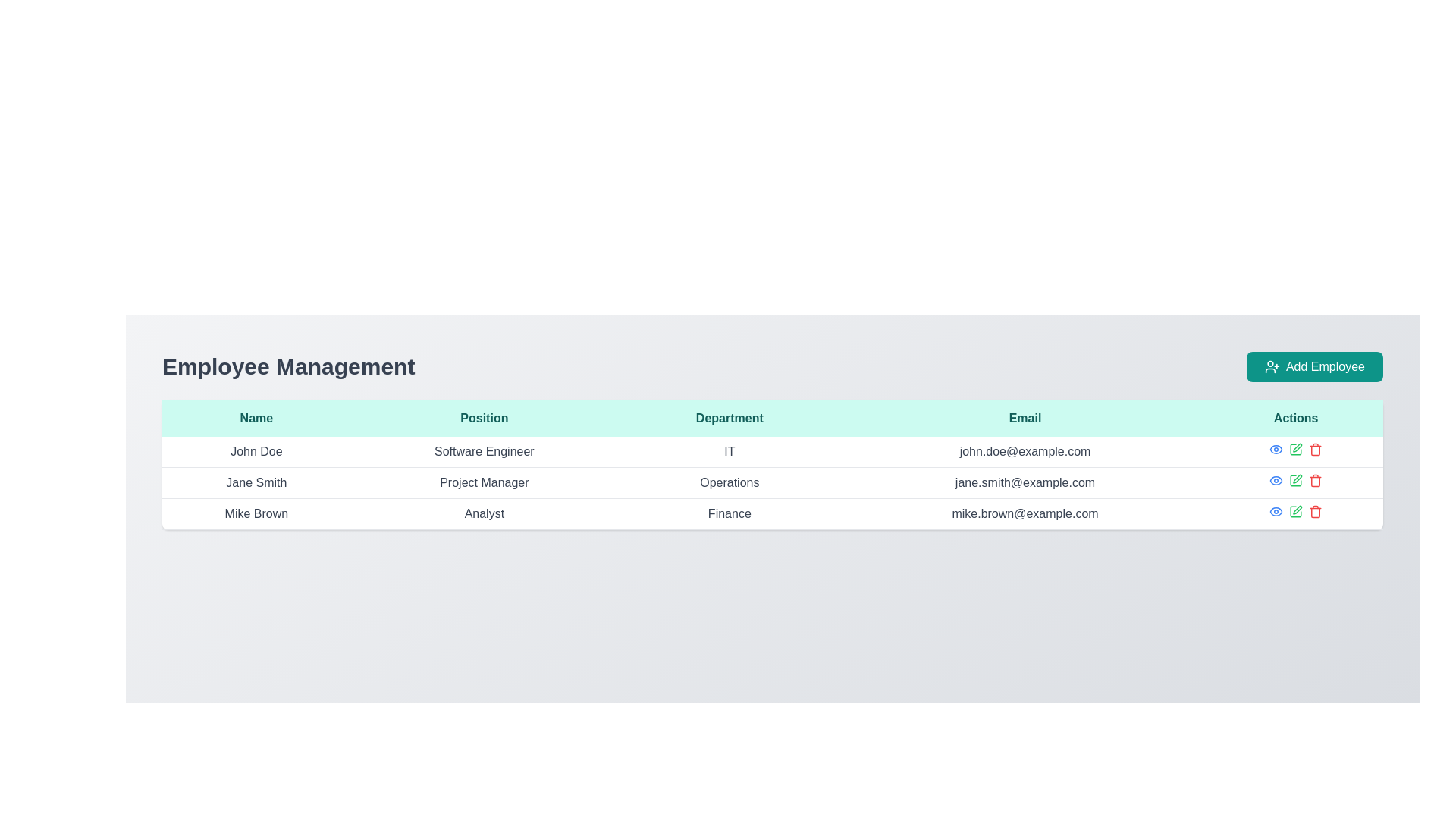  What do you see at coordinates (256, 451) in the screenshot?
I see `the text label displaying 'John Doe', which is located in the first row of a tabular structure under the 'Name' header` at bounding box center [256, 451].